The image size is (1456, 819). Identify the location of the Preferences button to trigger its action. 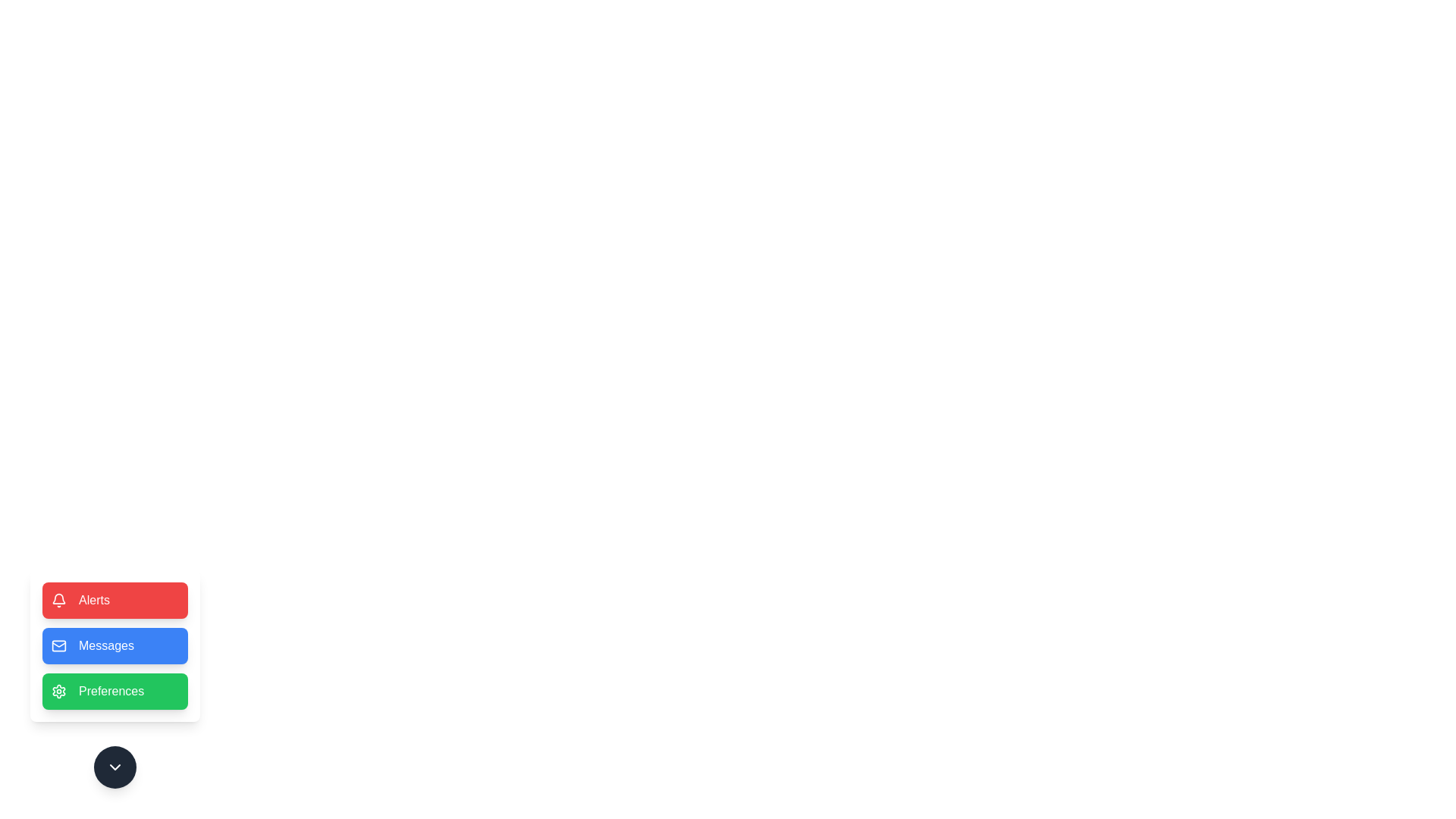
(115, 691).